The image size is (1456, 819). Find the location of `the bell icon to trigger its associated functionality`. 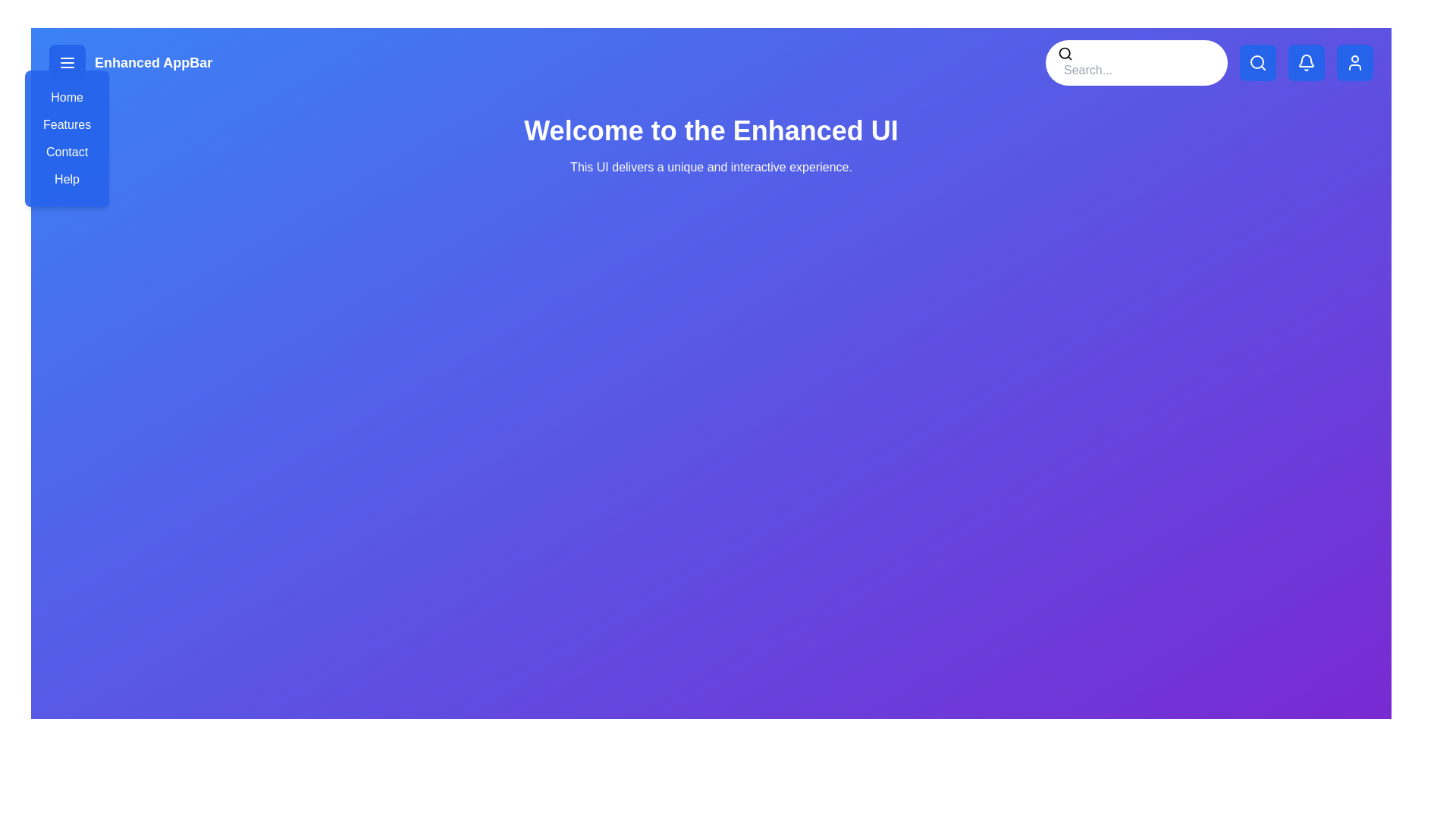

the bell icon to trigger its associated functionality is located at coordinates (1306, 62).